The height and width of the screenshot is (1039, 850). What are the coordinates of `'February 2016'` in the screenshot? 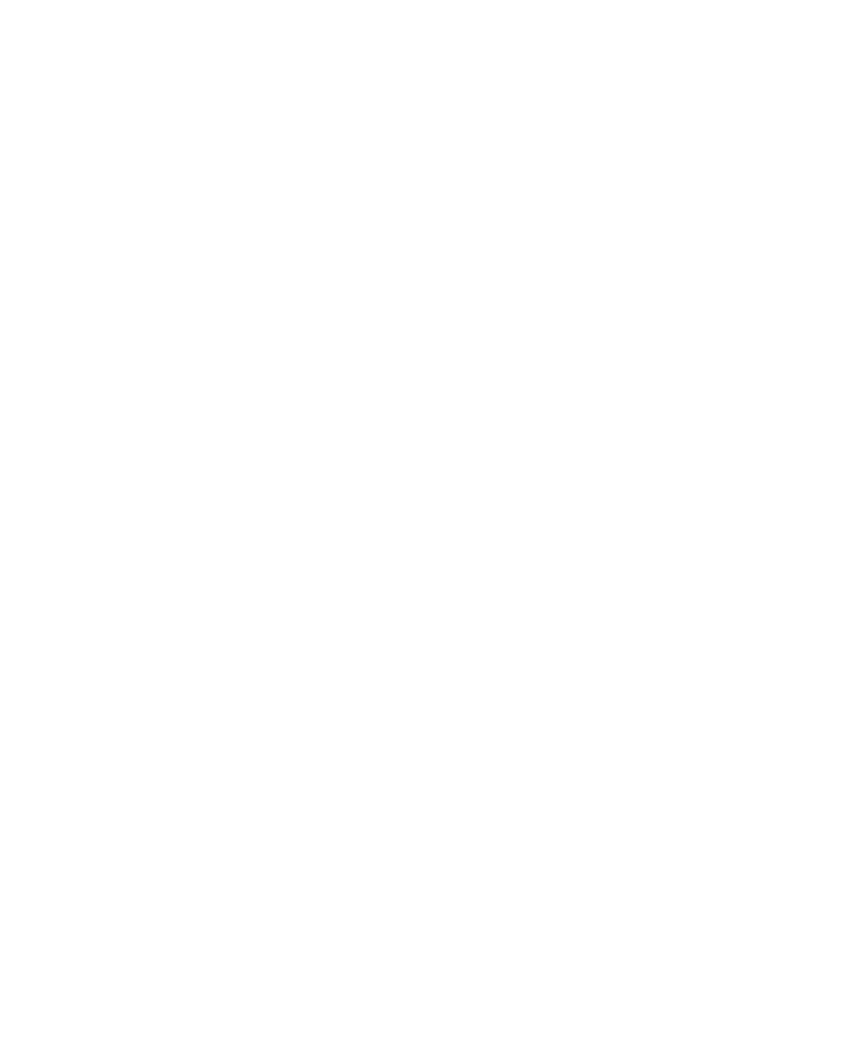 It's located at (140, 513).